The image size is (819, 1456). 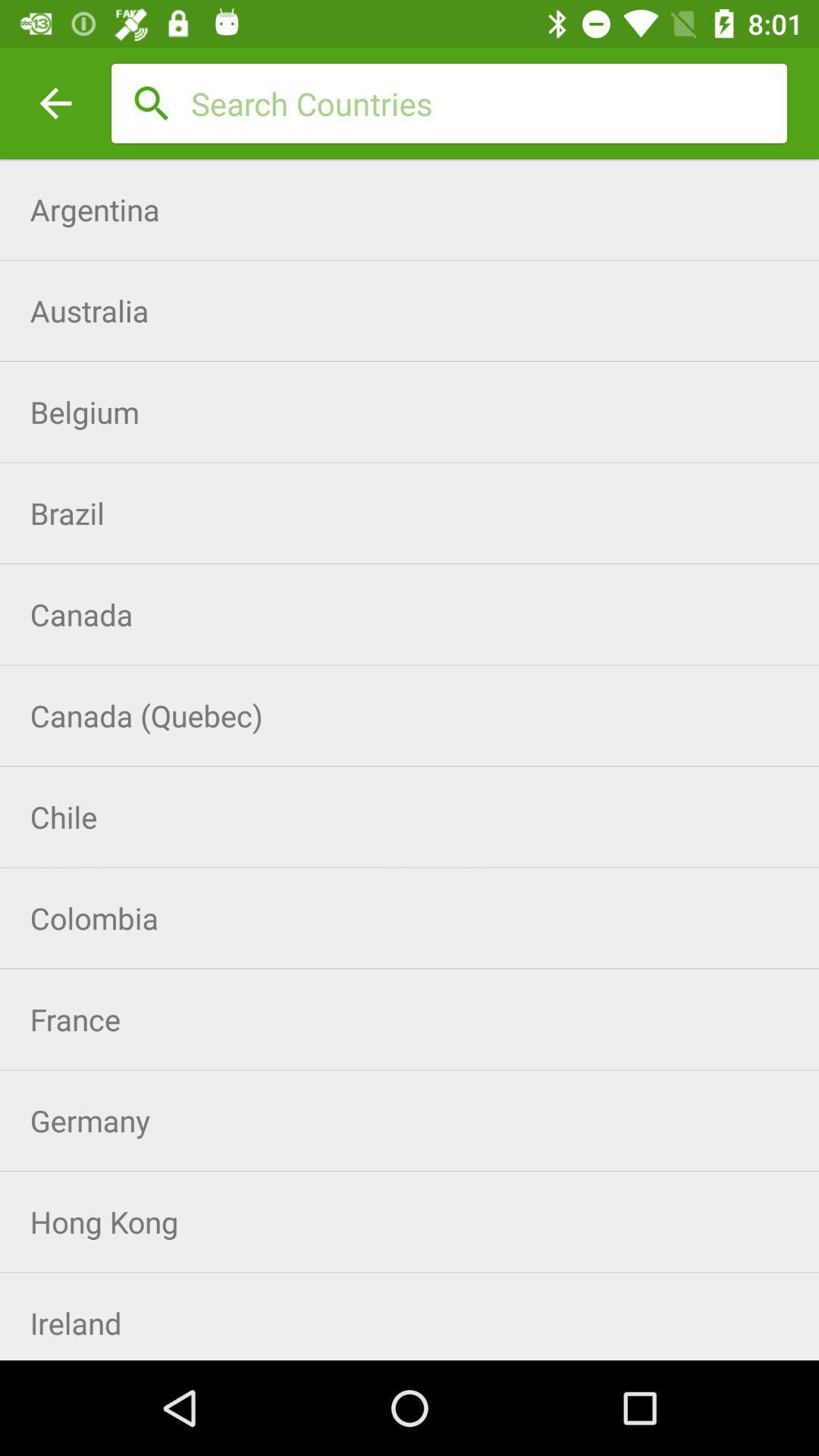 What do you see at coordinates (409, 1019) in the screenshot?
I see `the icon below colombia item` at bounding box center [409, 1019].